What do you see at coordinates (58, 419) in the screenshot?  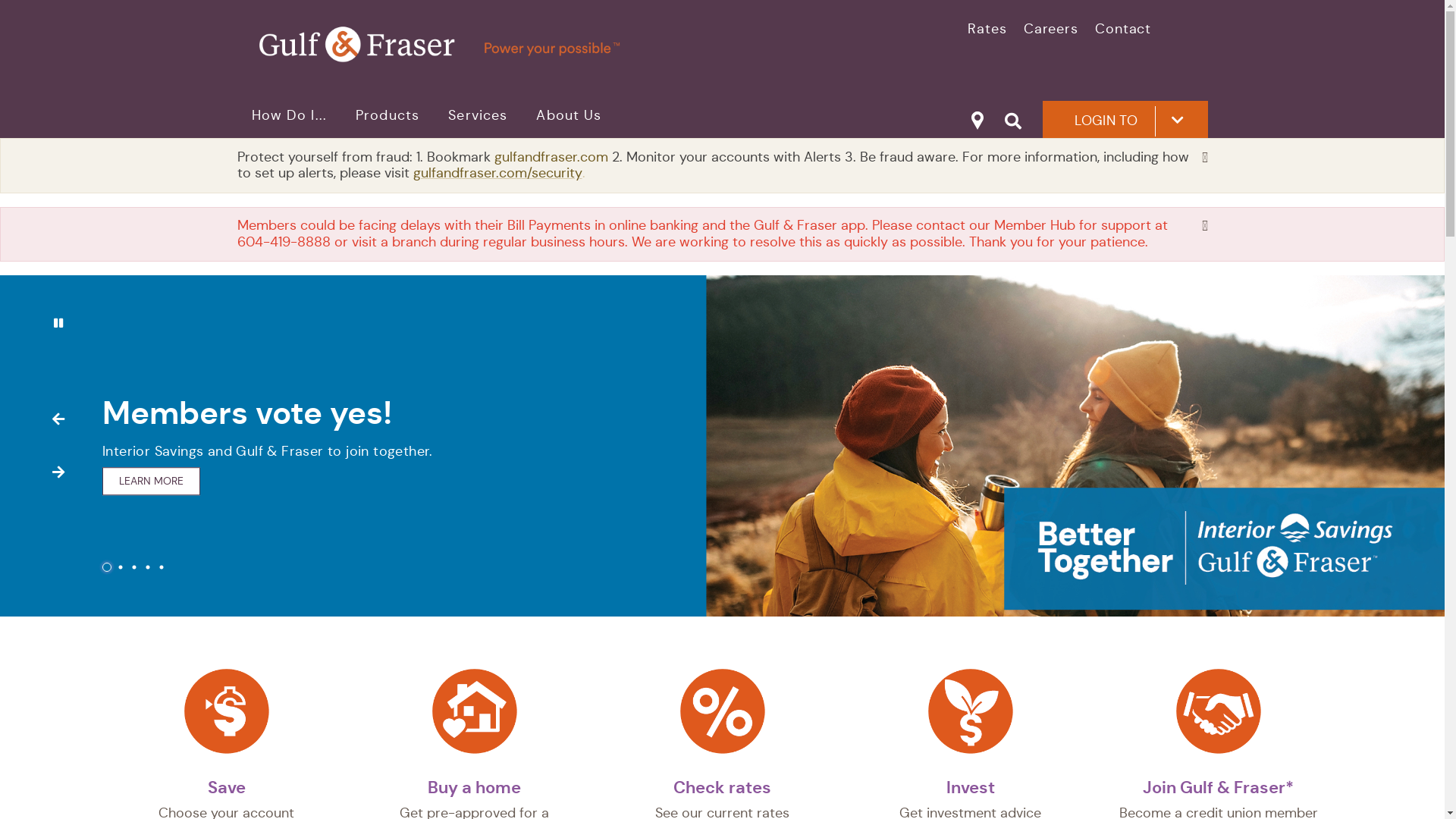 I see `'Previous'` at bounding box center [58, 419].